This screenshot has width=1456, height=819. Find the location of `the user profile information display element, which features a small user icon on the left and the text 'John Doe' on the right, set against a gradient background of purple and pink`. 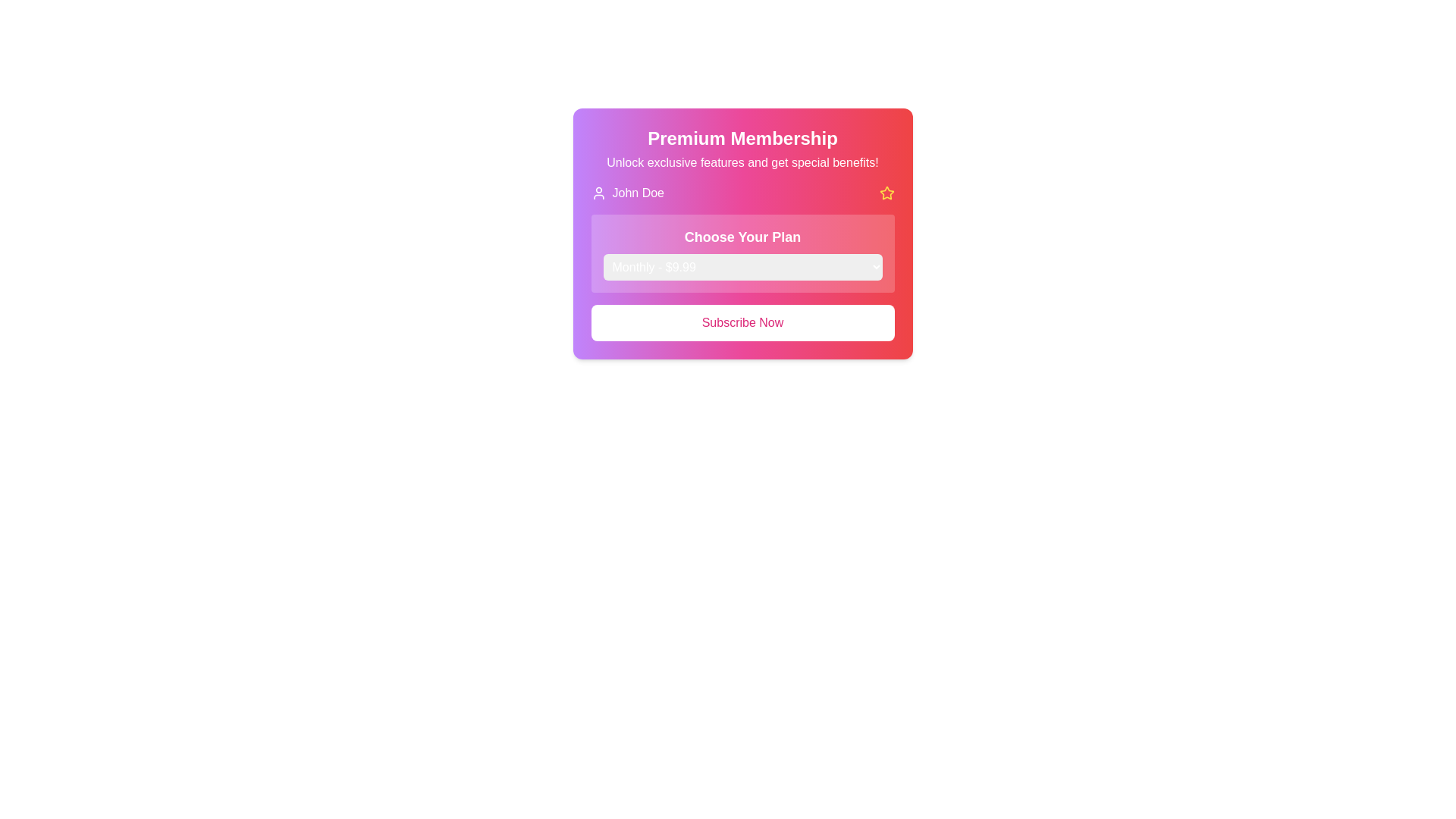

the user profile information display element, which features a small user icon on the left and the text 'John Doe' on the right, set against a gradient background of purple and pink is located at coordinates (627, 192).